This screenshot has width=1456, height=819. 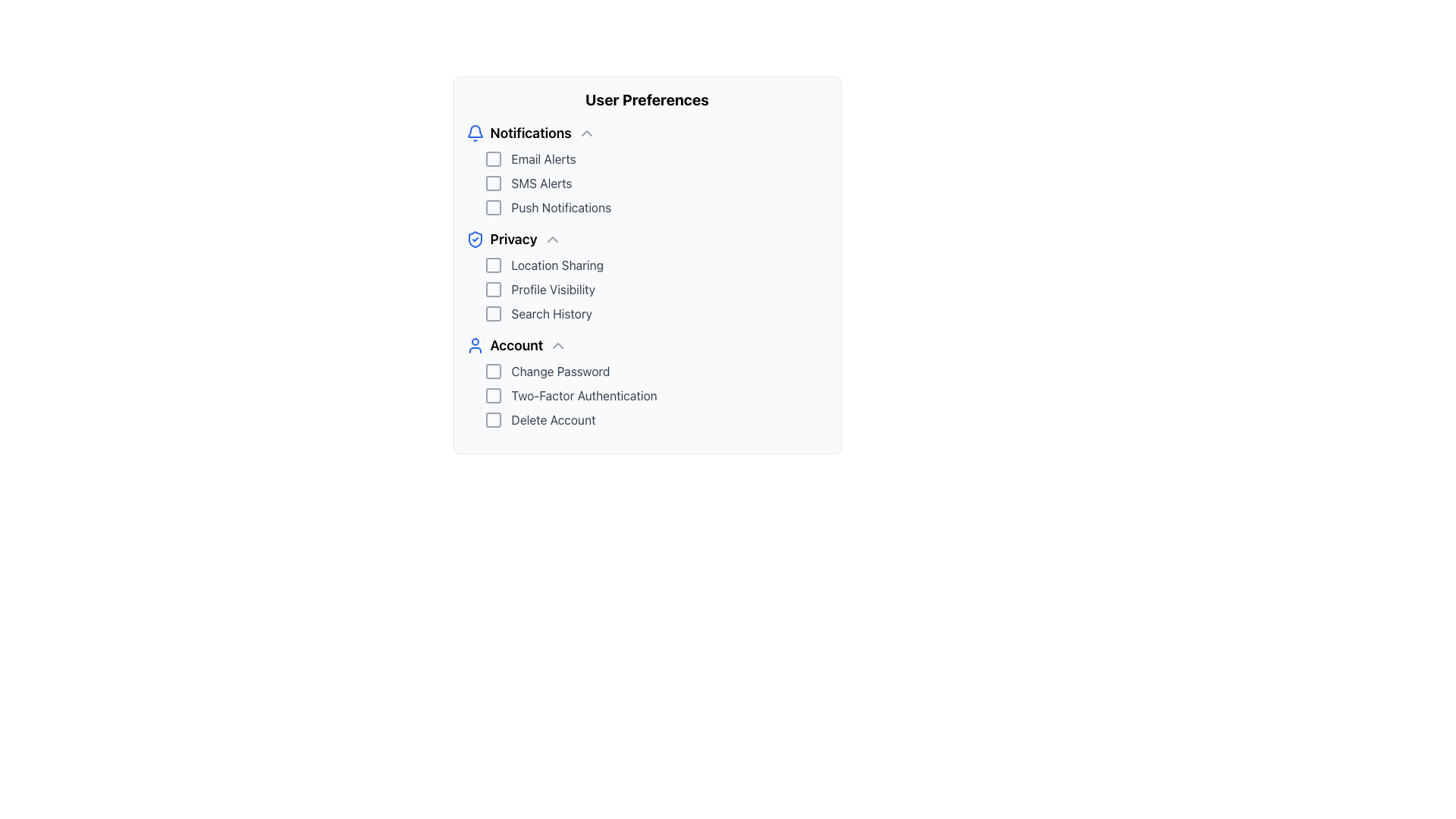 What do you see at coordinates (647, 183) in the screenshot?
I see `the checkboxes in the 'Notifications' section of the 'User Preferences' panel` at bounding box center [647, 183].